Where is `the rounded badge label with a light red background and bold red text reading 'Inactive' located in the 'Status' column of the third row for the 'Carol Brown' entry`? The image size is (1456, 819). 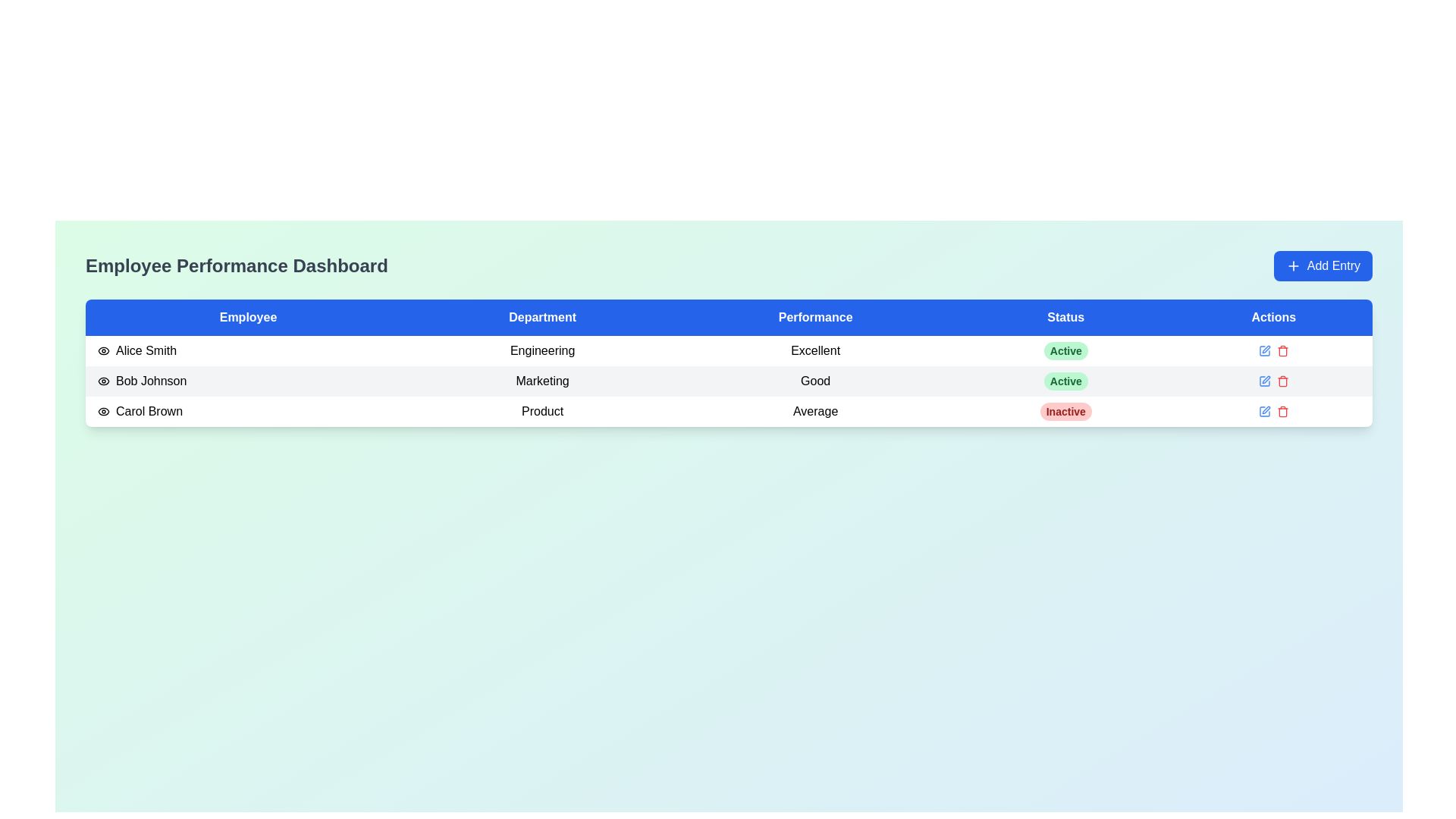 the rounded badge label with a light red background and bold red text reading 'Inactive' located in the 'Status' column of the third row for the 'Carol Brown' entry is located at coordinates (1065, 412).